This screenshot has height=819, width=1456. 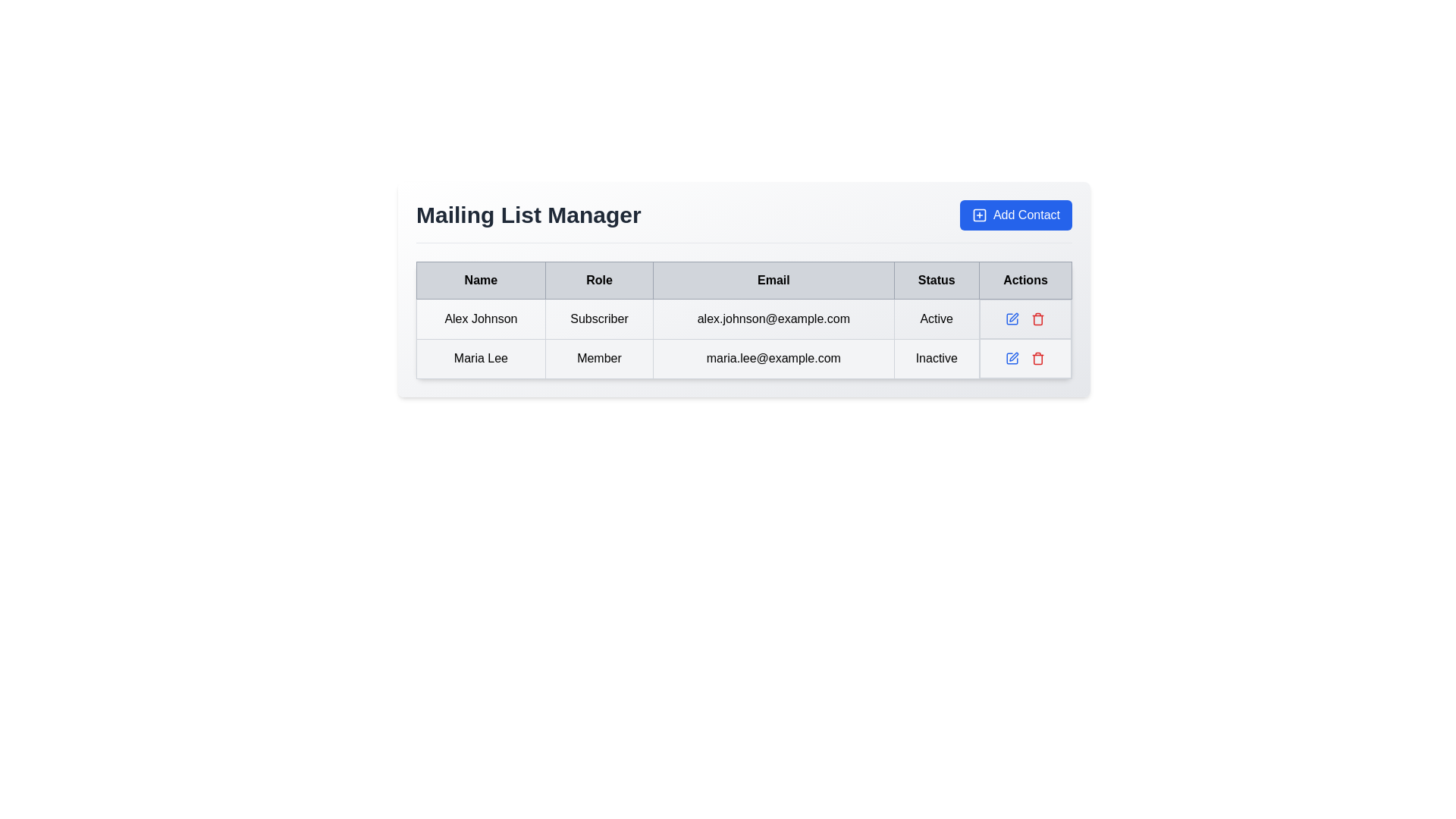 I want to click on the second row of the table that displays user entry details including name, role, email, and status, so click(x=744, y=338).